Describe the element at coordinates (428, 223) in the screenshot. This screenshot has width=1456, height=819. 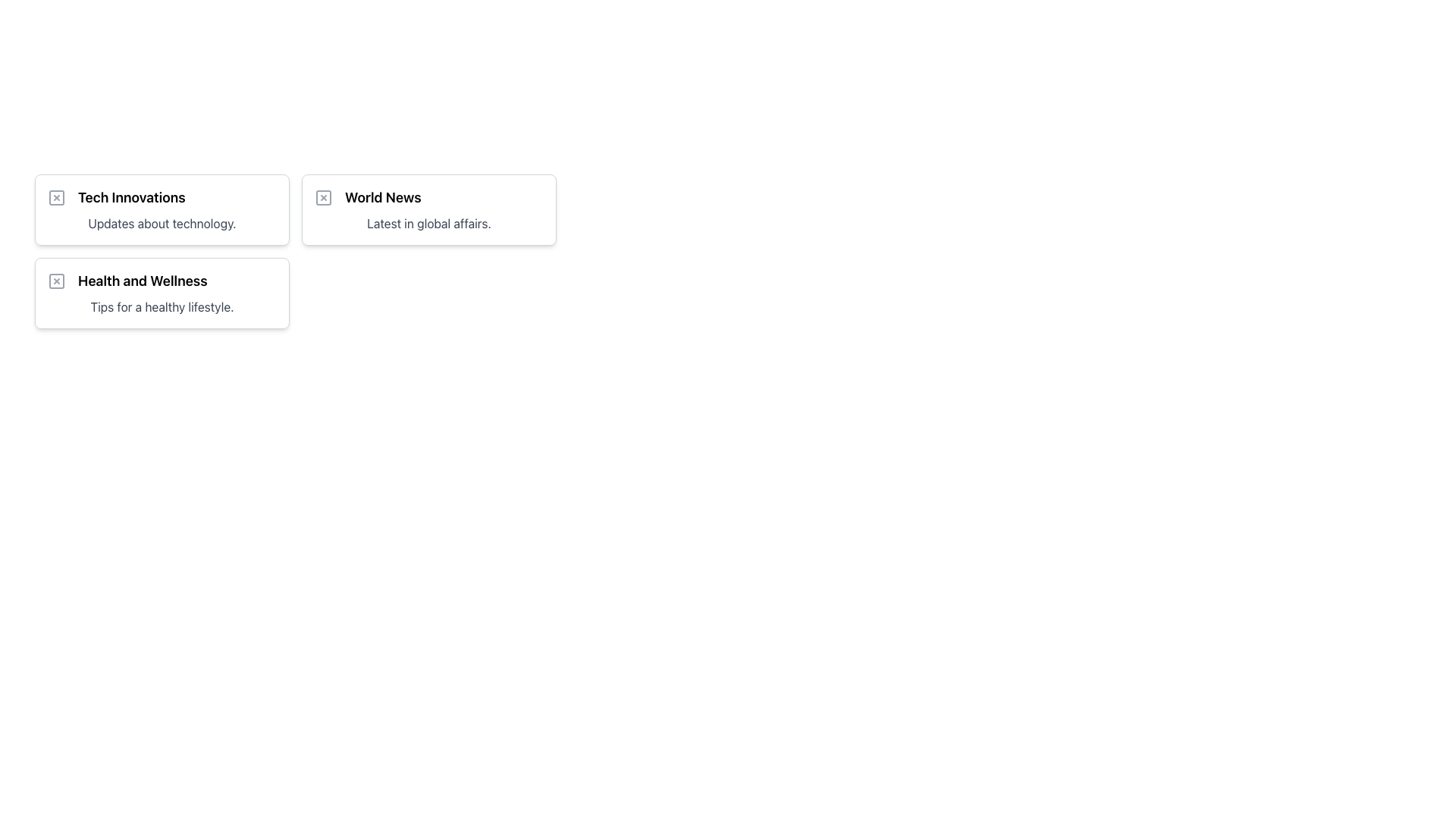
I see `the muted gray text label that reads 'Latest in global affairs.' located under the title 'World News.'` at that location.